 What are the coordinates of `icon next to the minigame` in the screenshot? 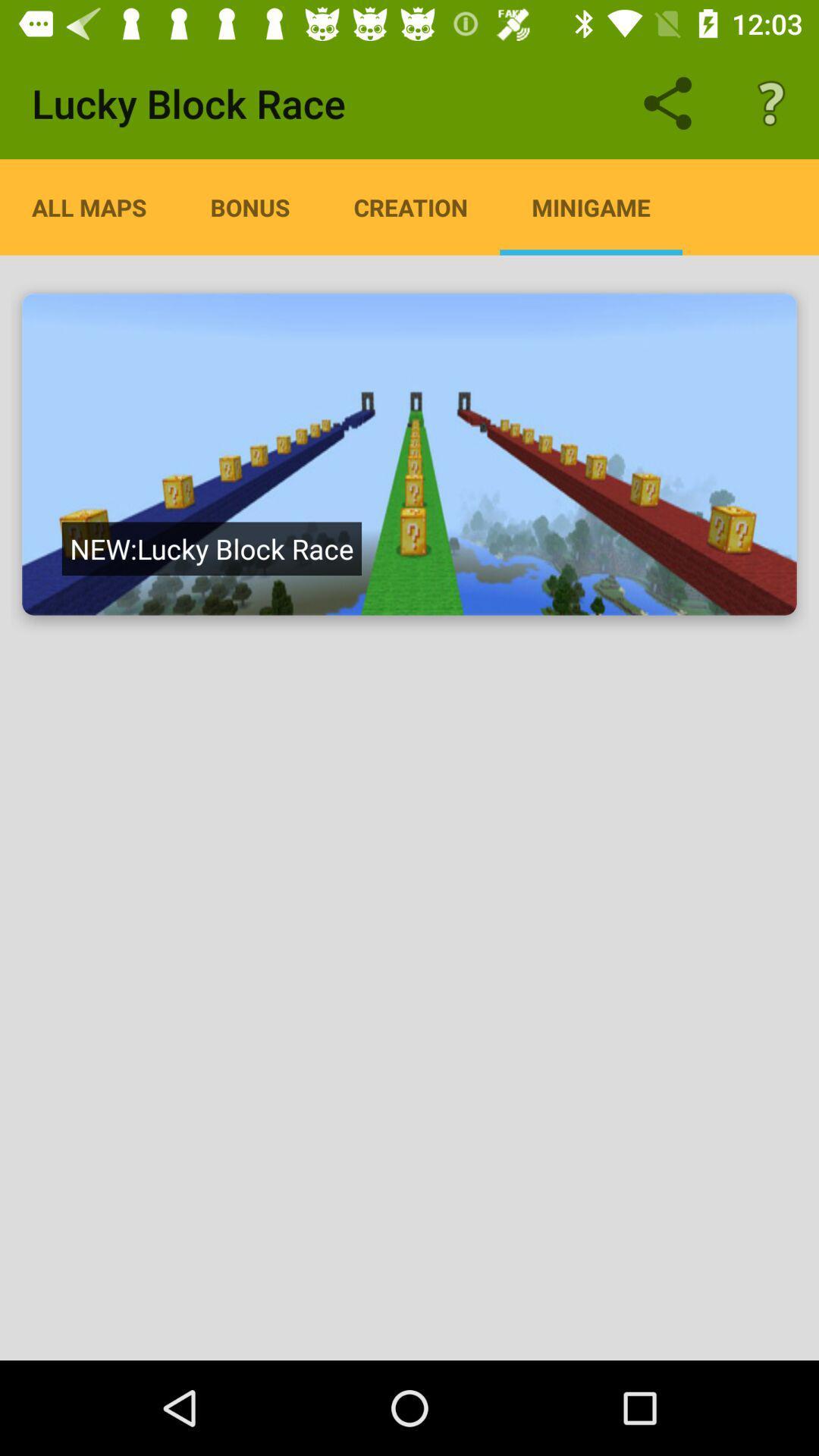 It's located at (410, 206).